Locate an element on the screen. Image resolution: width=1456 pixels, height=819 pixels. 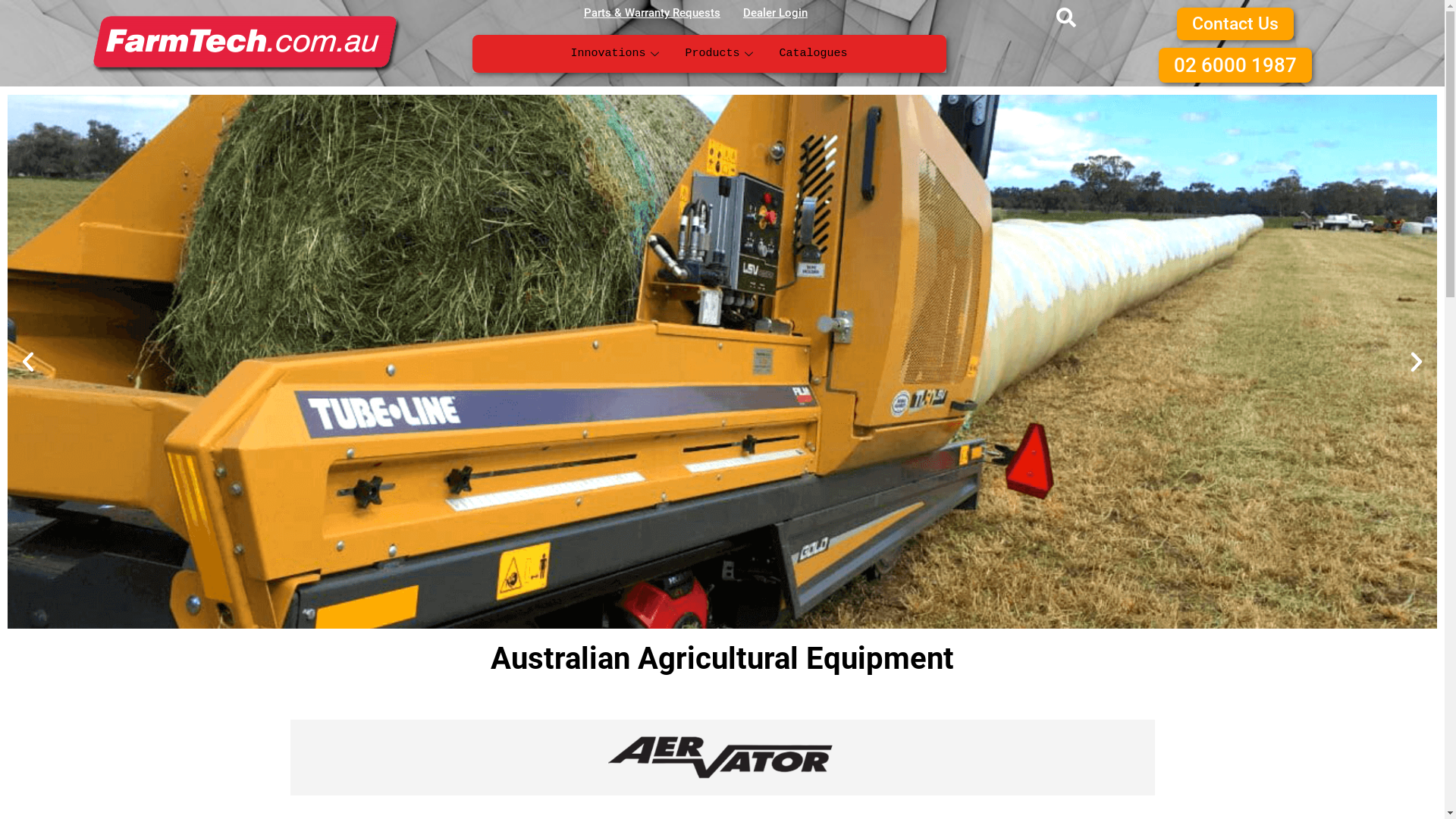
'02 6000 1987' is located at coordinates (1157, 64).